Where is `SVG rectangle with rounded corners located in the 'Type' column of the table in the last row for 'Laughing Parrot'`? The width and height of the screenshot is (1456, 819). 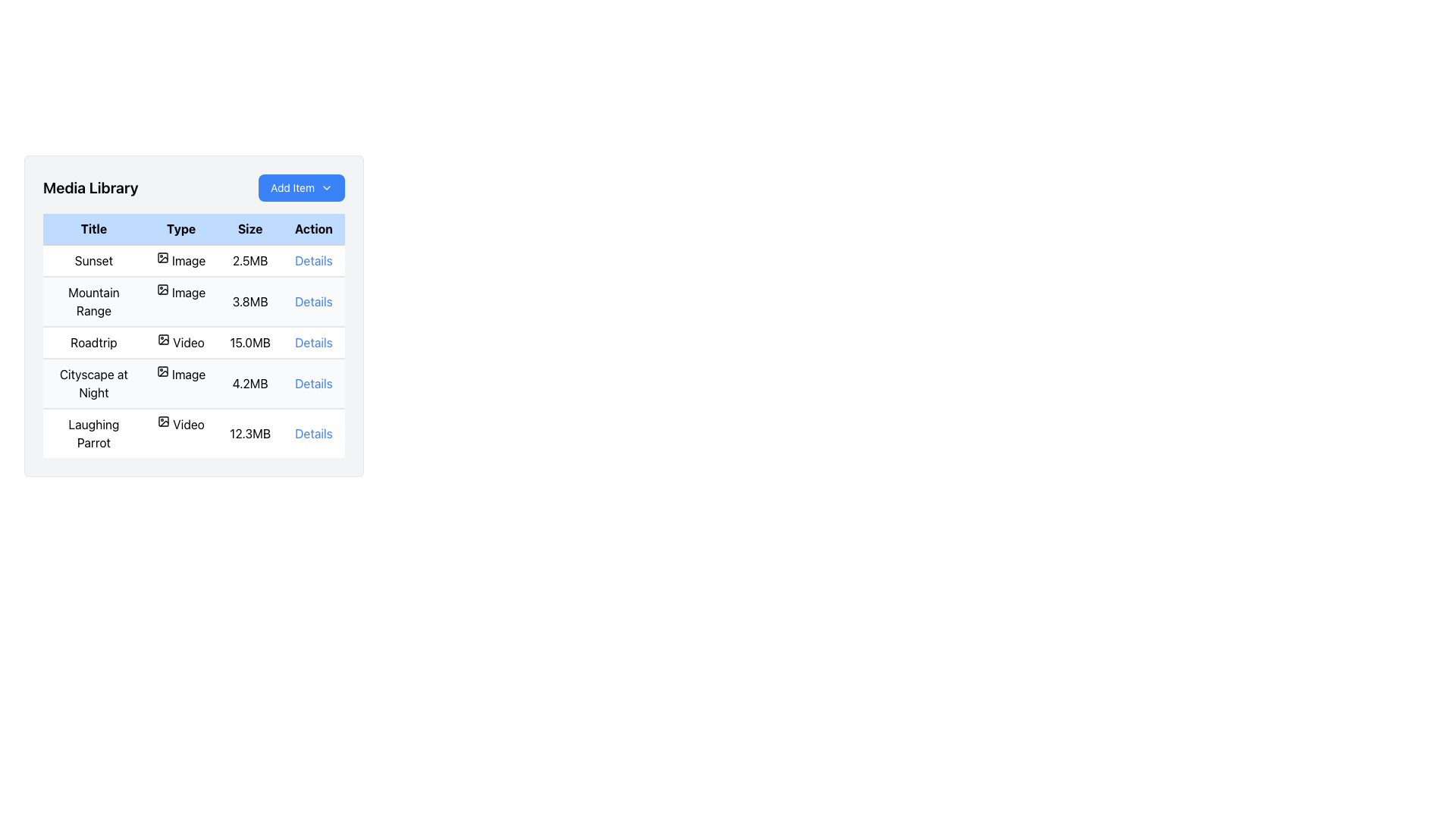 SVG rectangle with rounded corners located in the 'Type' column of the table in the last row for 'Laughing Parrot' is located at coordinates (164, 421).